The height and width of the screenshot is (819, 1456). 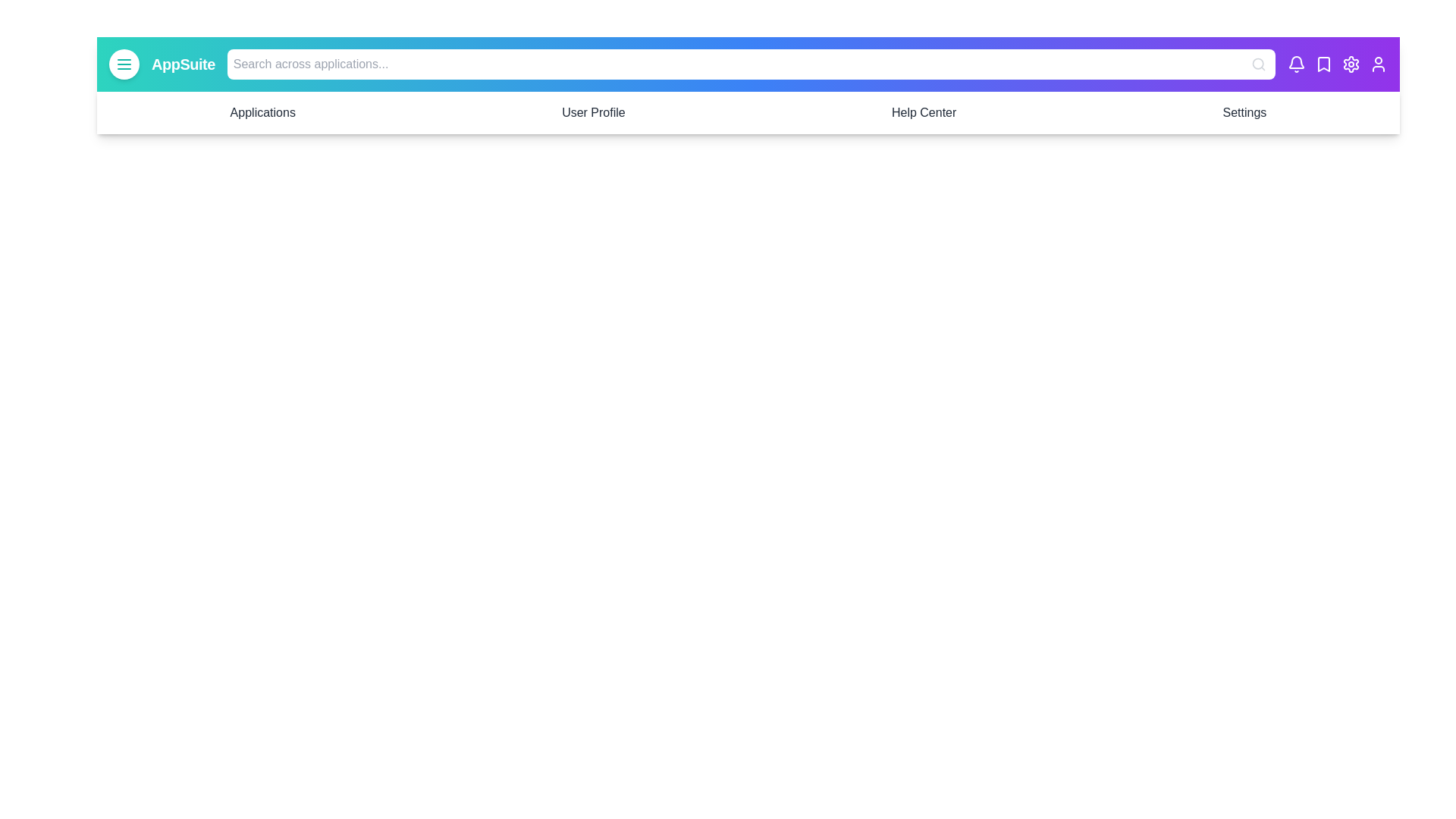 What do you see at coordinates (1323, 63) in the screenshot?
I see `the bookmark icon in the EnhancedAppBar` at bounding box center [1323, 63].